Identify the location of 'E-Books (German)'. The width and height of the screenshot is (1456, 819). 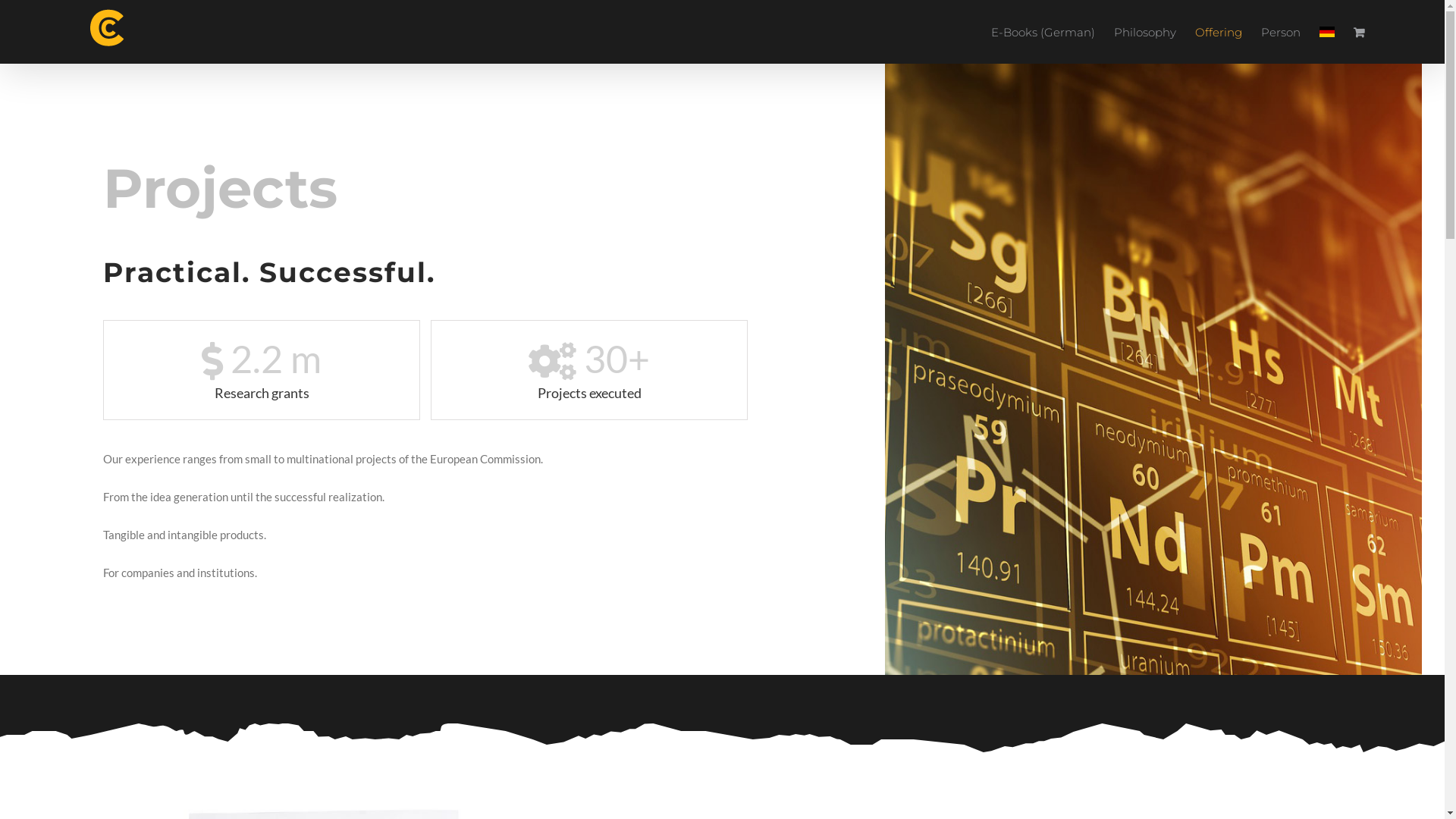
(1042, 32).